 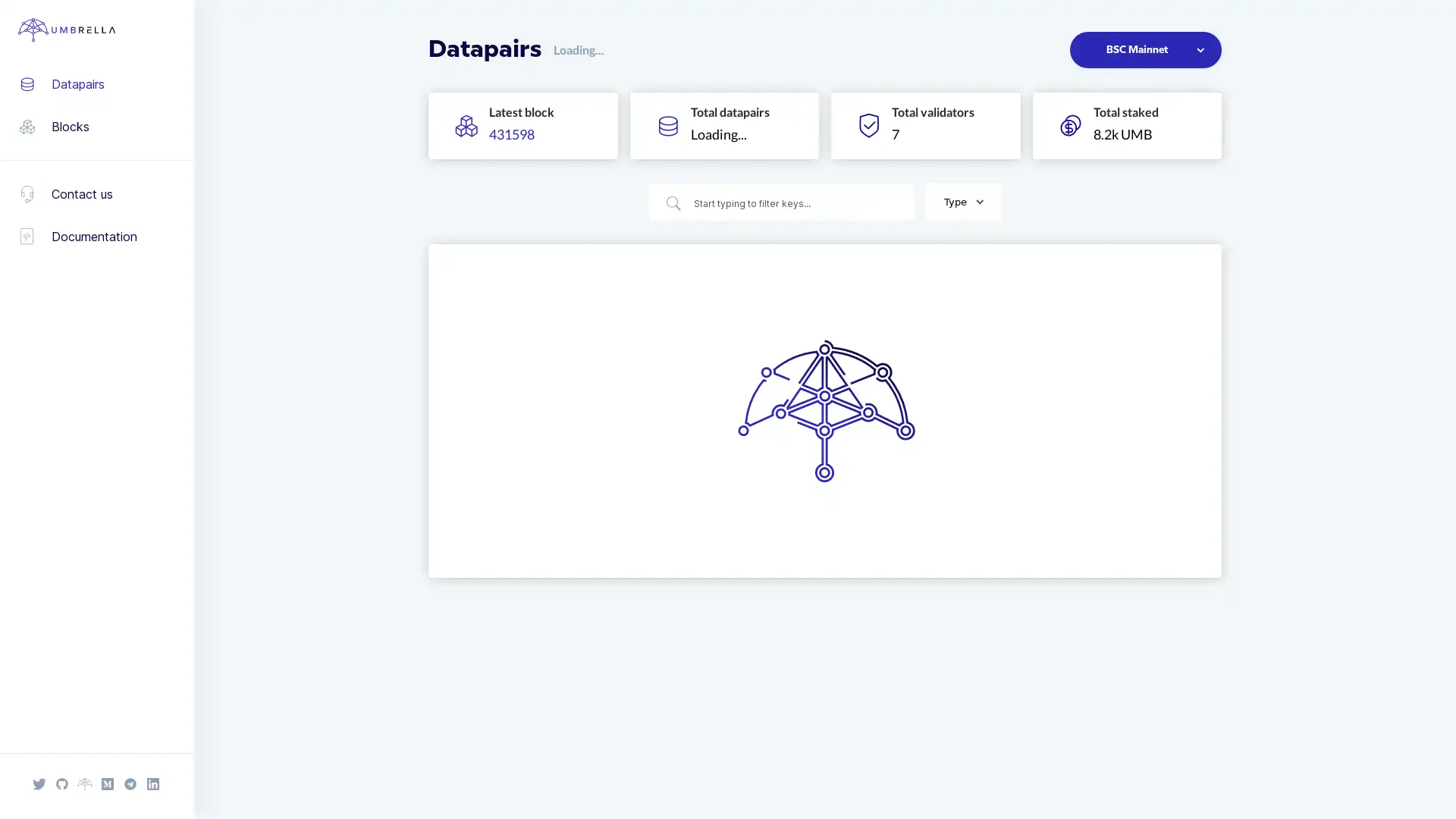 I want to click on BSC Mainnet, so click(x=1146, y=49).